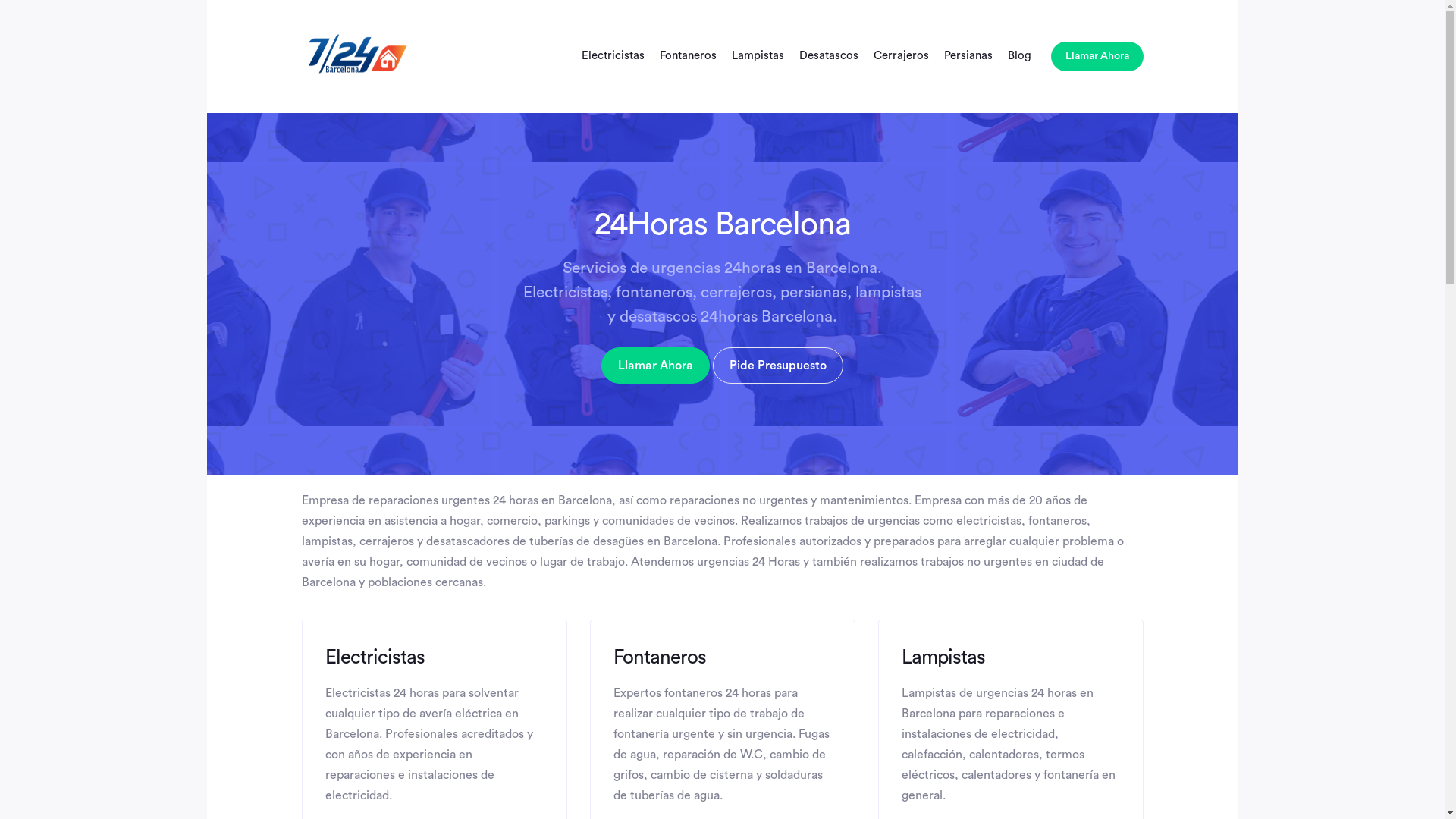 This screenshot has height=819, width=1456. What do you see at coordinates (967, 55) in the screenshot?
I see `'Persianas'` at bounding box center [967, 55].